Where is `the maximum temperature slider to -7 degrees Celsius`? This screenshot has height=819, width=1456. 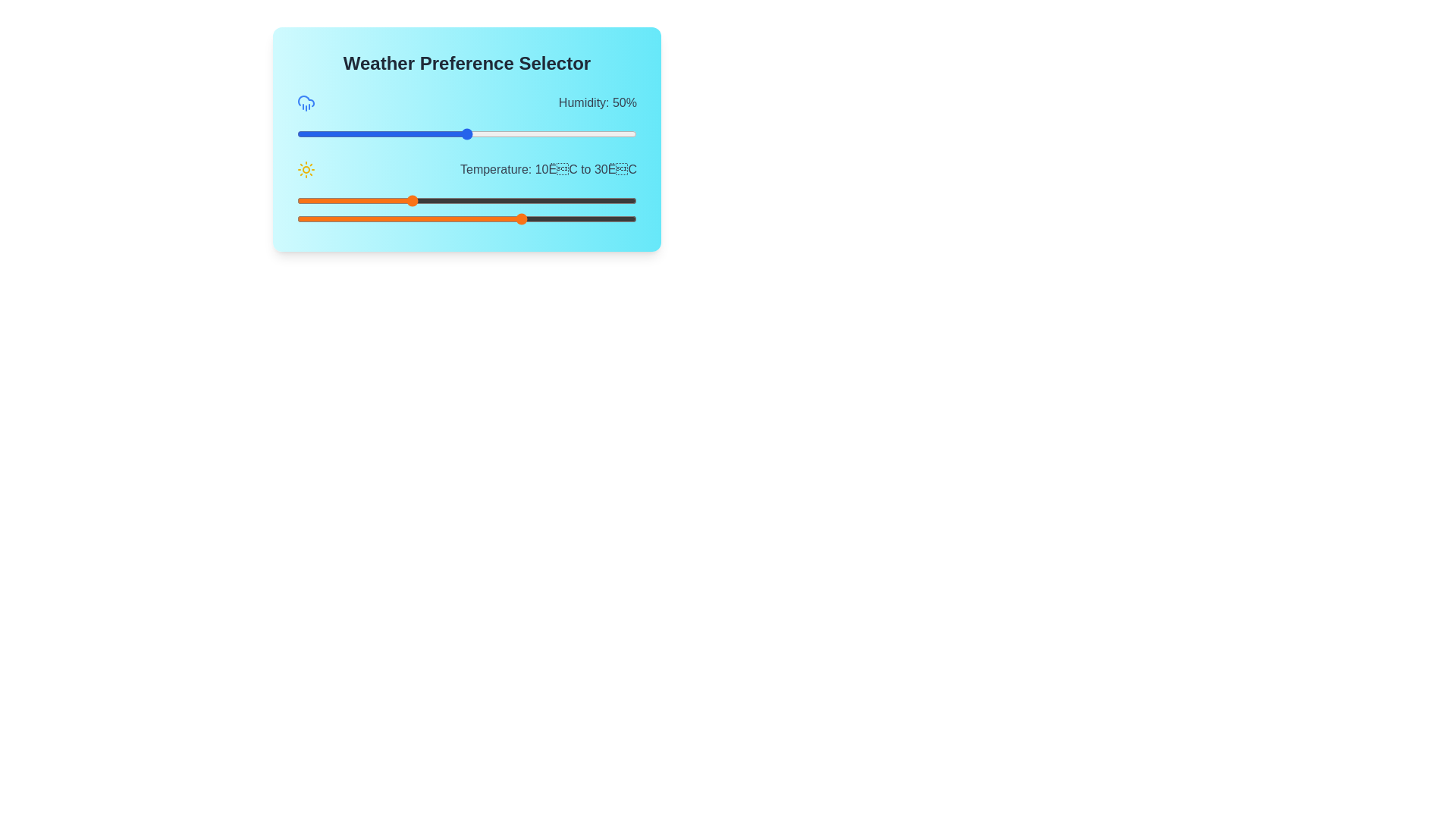 the maximum temperature slider to -7 degrees Celsius is located at coordinates (313, 219).